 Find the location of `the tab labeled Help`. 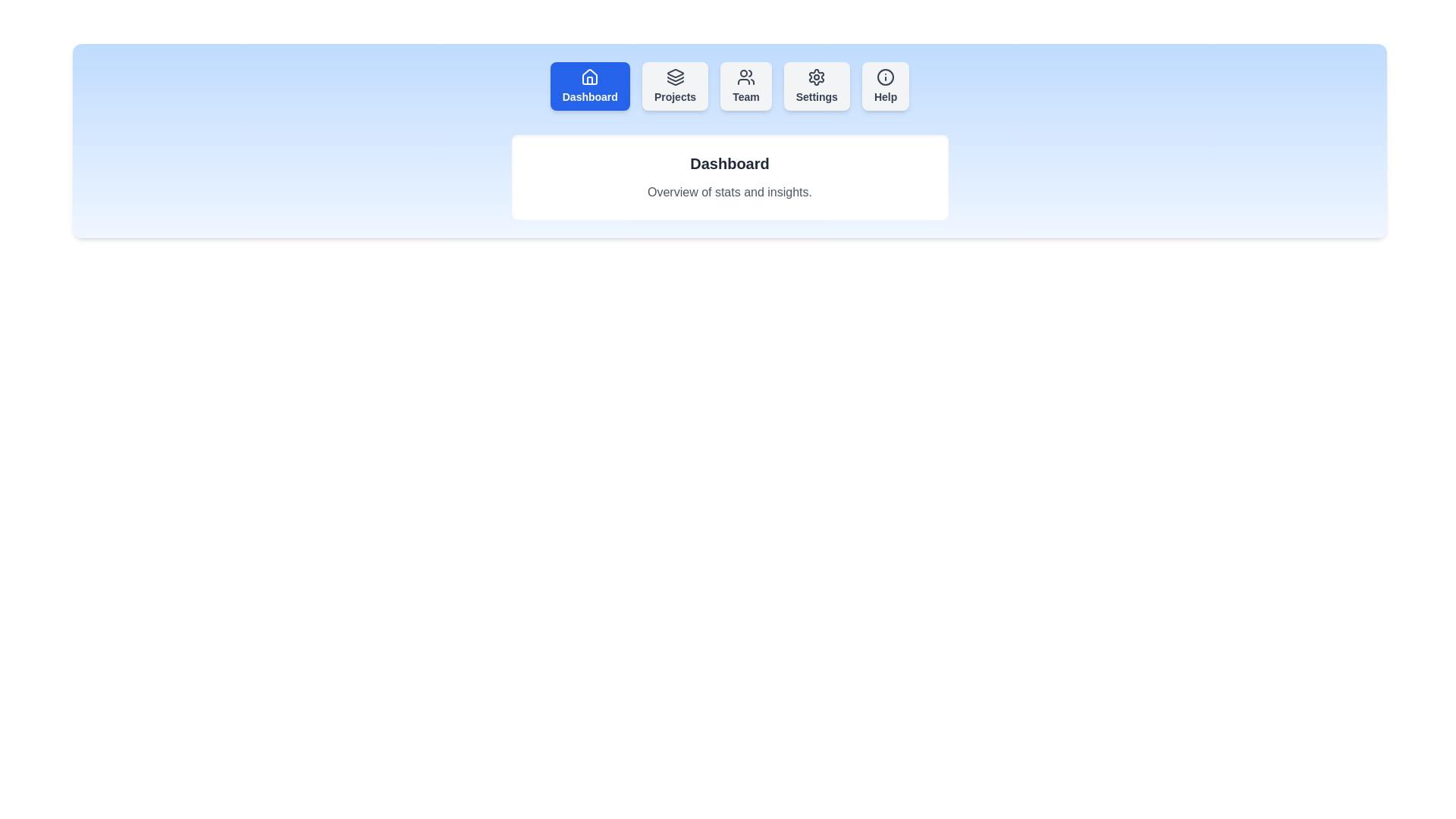

the tab labeled Help is located at coordinates (886, 86).